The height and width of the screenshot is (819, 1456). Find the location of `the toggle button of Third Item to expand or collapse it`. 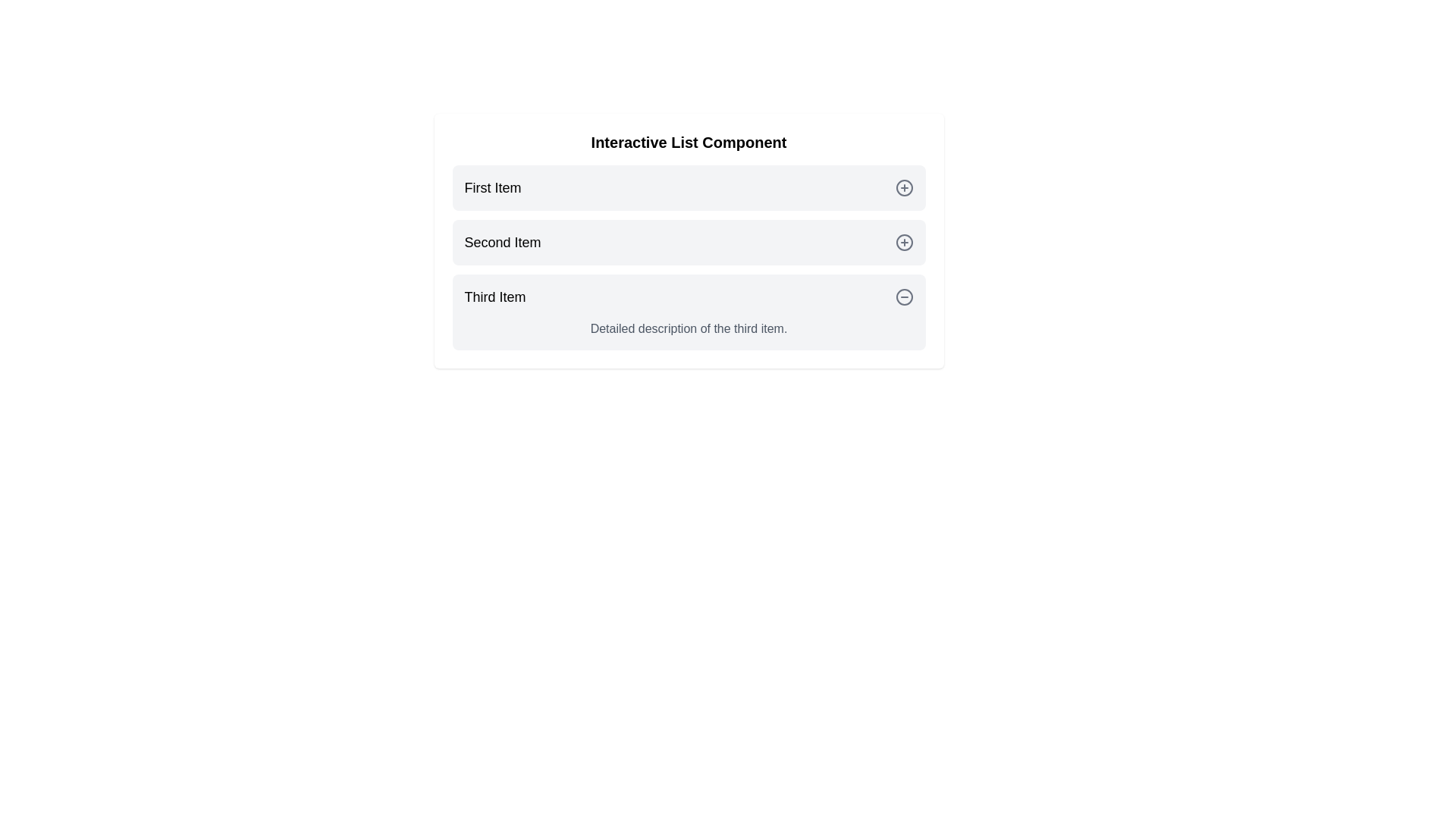

the toggle button of Third Item to expand or collapse it is located at coordinates (904, 297).